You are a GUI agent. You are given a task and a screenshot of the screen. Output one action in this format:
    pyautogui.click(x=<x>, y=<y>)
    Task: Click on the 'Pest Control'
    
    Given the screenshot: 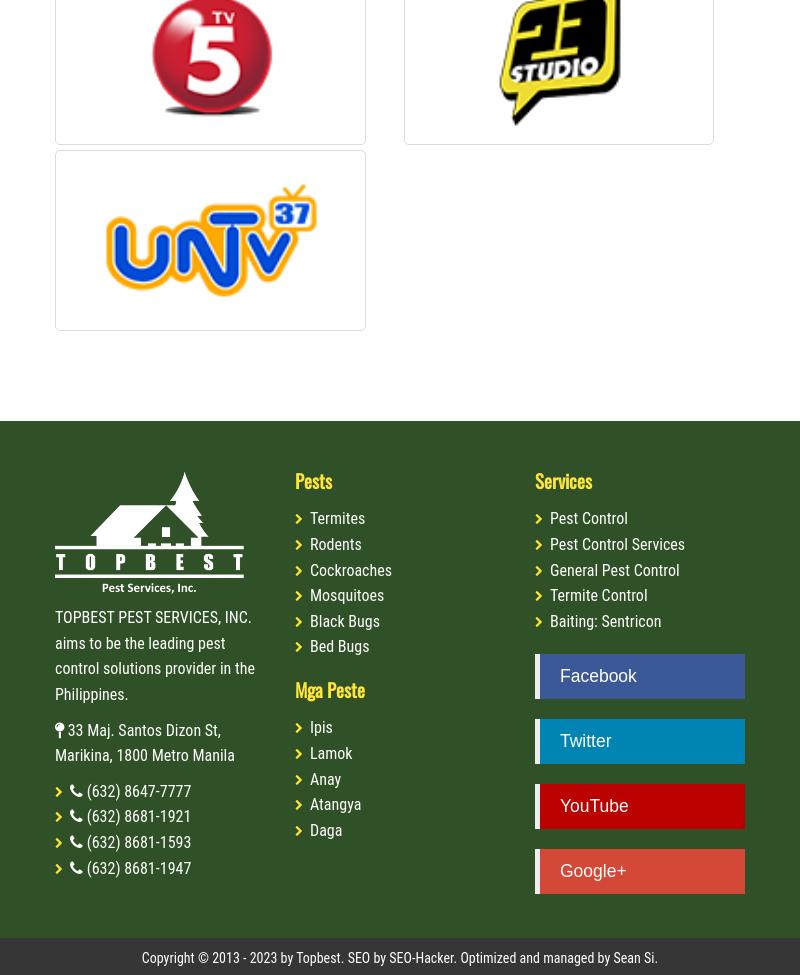 What is the action you would take?
    pyautogui.click(x=587, y=517)
    